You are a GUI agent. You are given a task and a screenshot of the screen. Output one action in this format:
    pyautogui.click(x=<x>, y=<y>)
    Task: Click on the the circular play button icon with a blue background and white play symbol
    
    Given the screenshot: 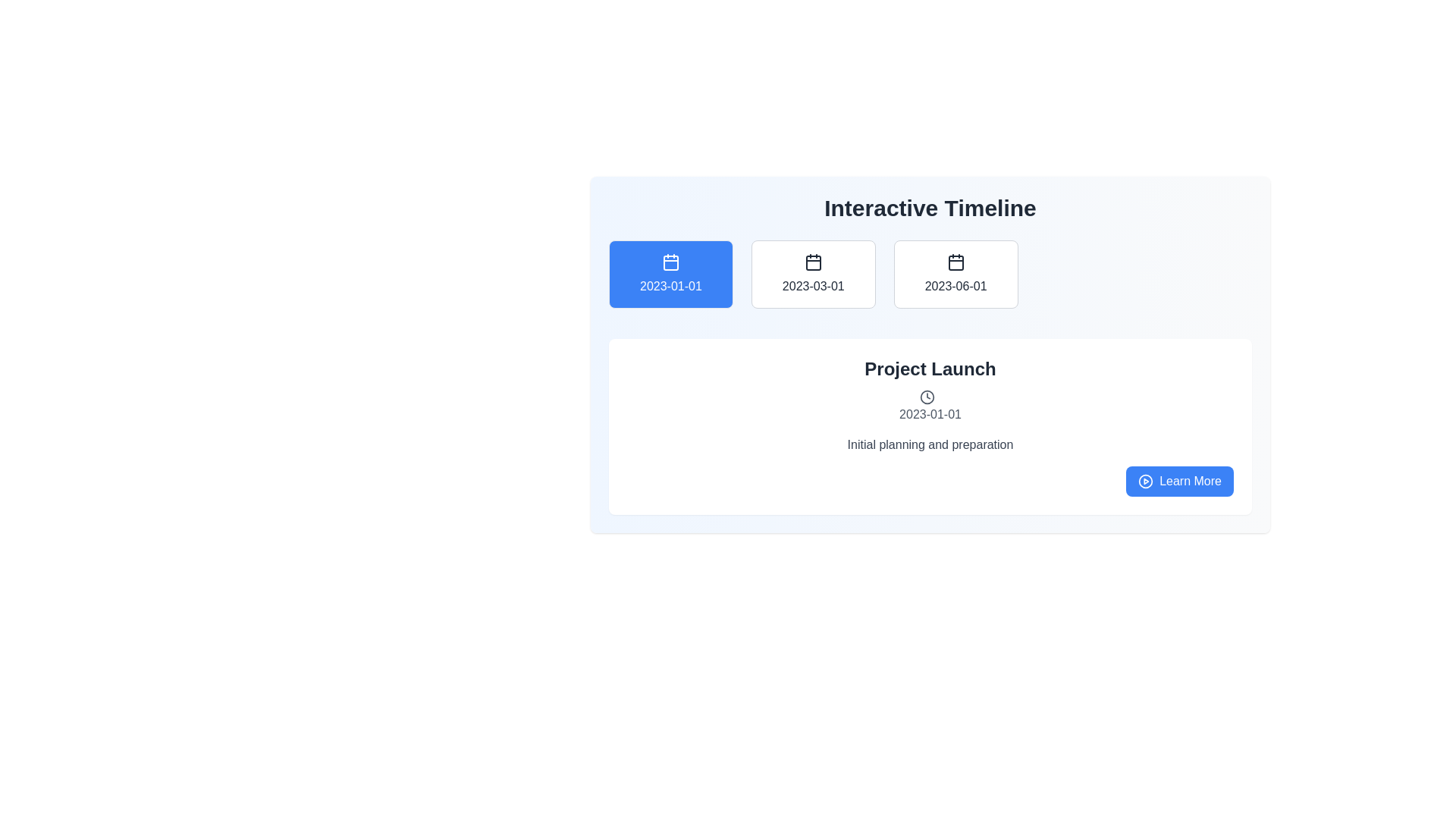 What is the action you would take?
    pyautogui.click(x=1146, y=482)
    